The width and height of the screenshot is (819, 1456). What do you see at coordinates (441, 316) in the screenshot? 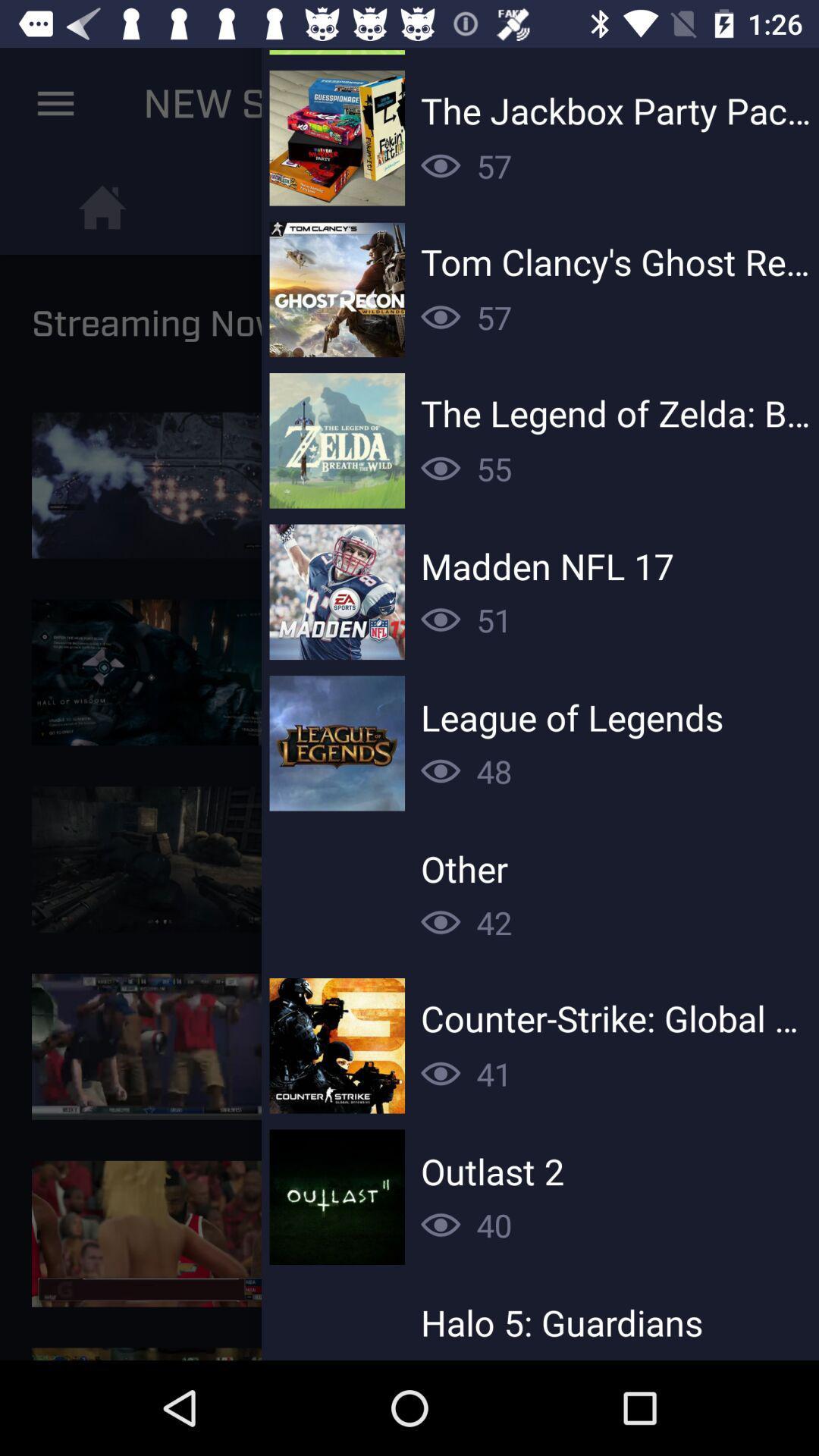
I see `views of second option` at bounding box center [441, 316].